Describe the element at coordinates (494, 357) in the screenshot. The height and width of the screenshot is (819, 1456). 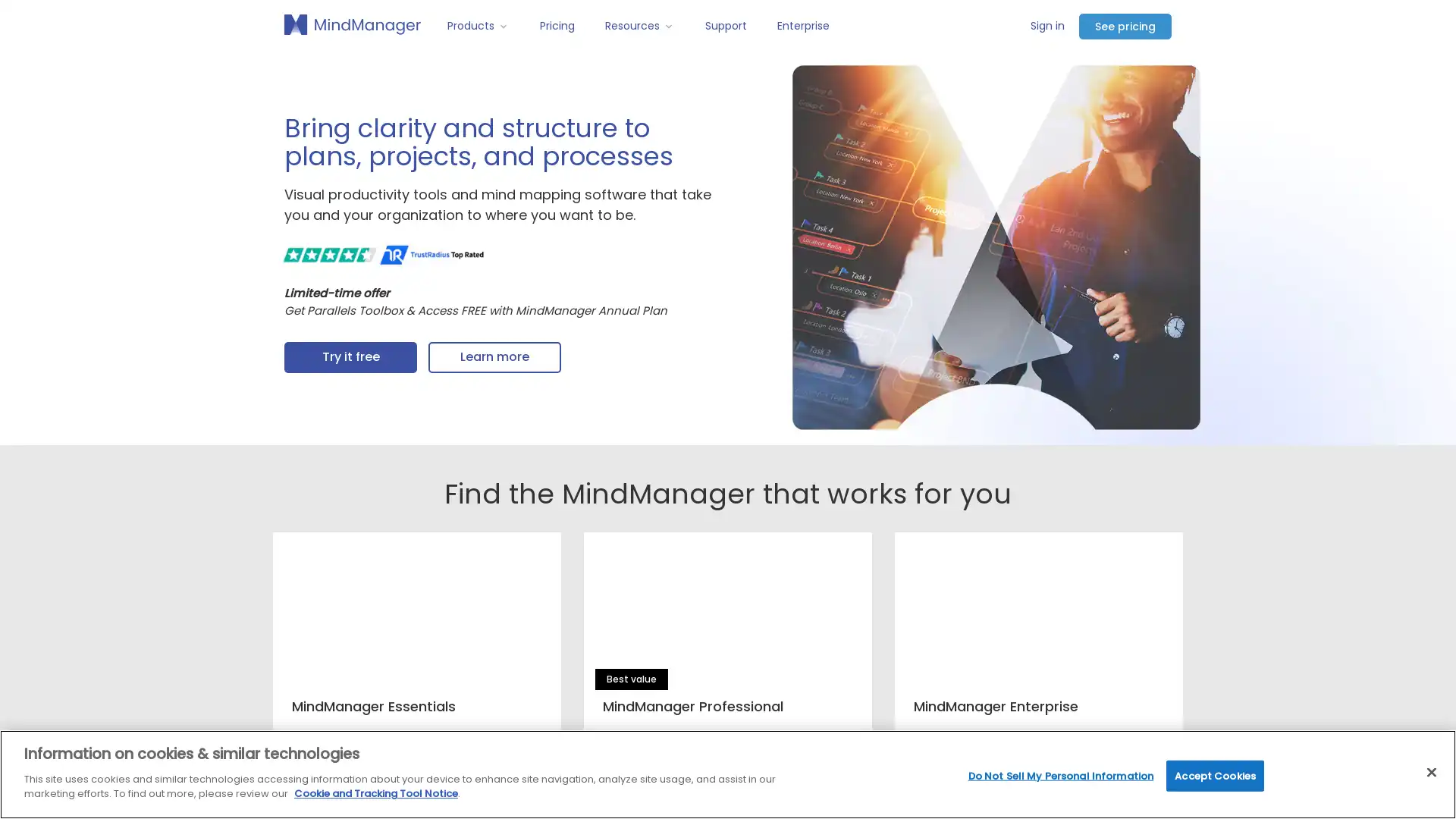
I see `Learn more` at that location.